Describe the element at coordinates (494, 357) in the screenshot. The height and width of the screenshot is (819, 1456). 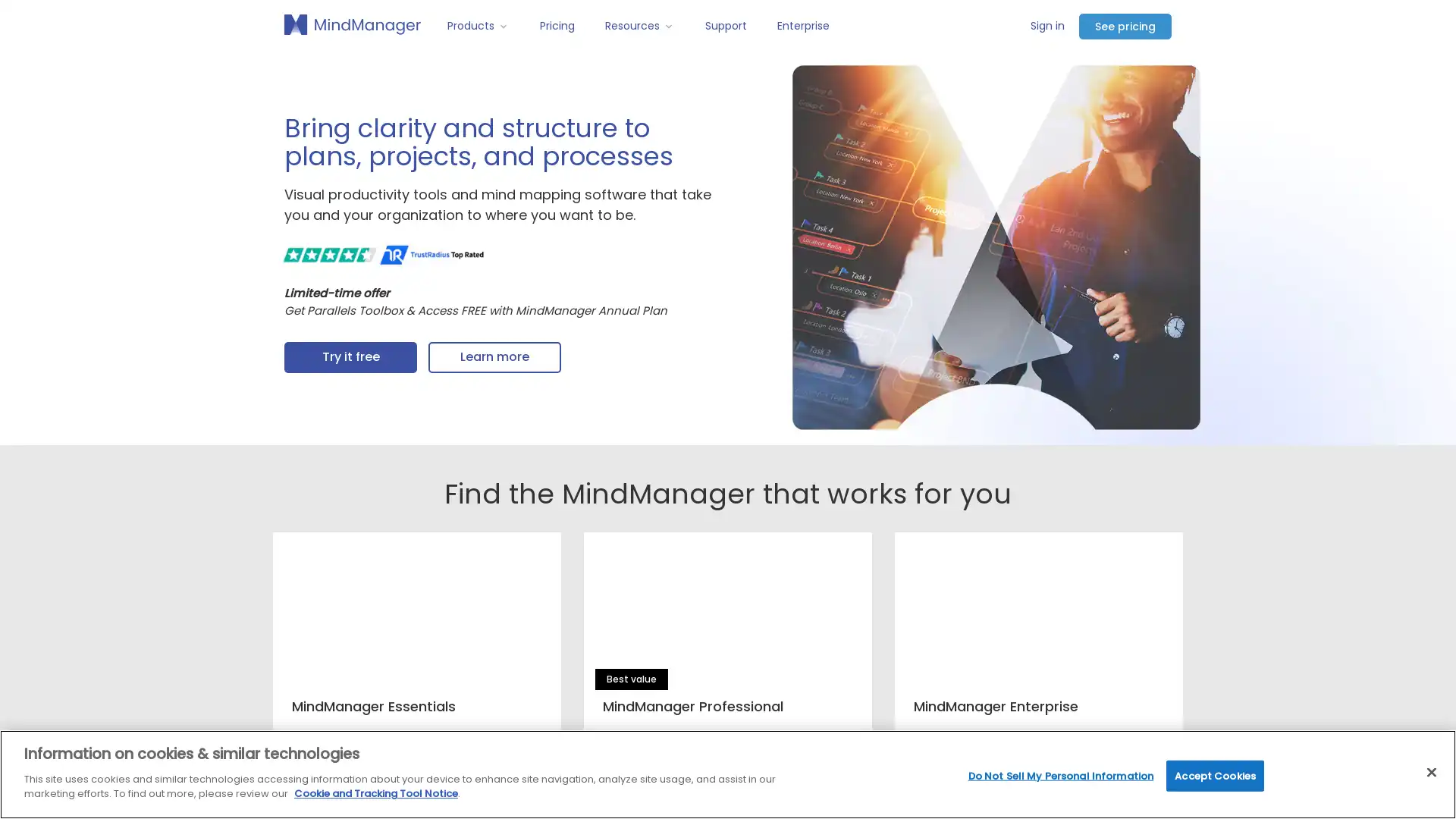
I see `Learn more` at that location.